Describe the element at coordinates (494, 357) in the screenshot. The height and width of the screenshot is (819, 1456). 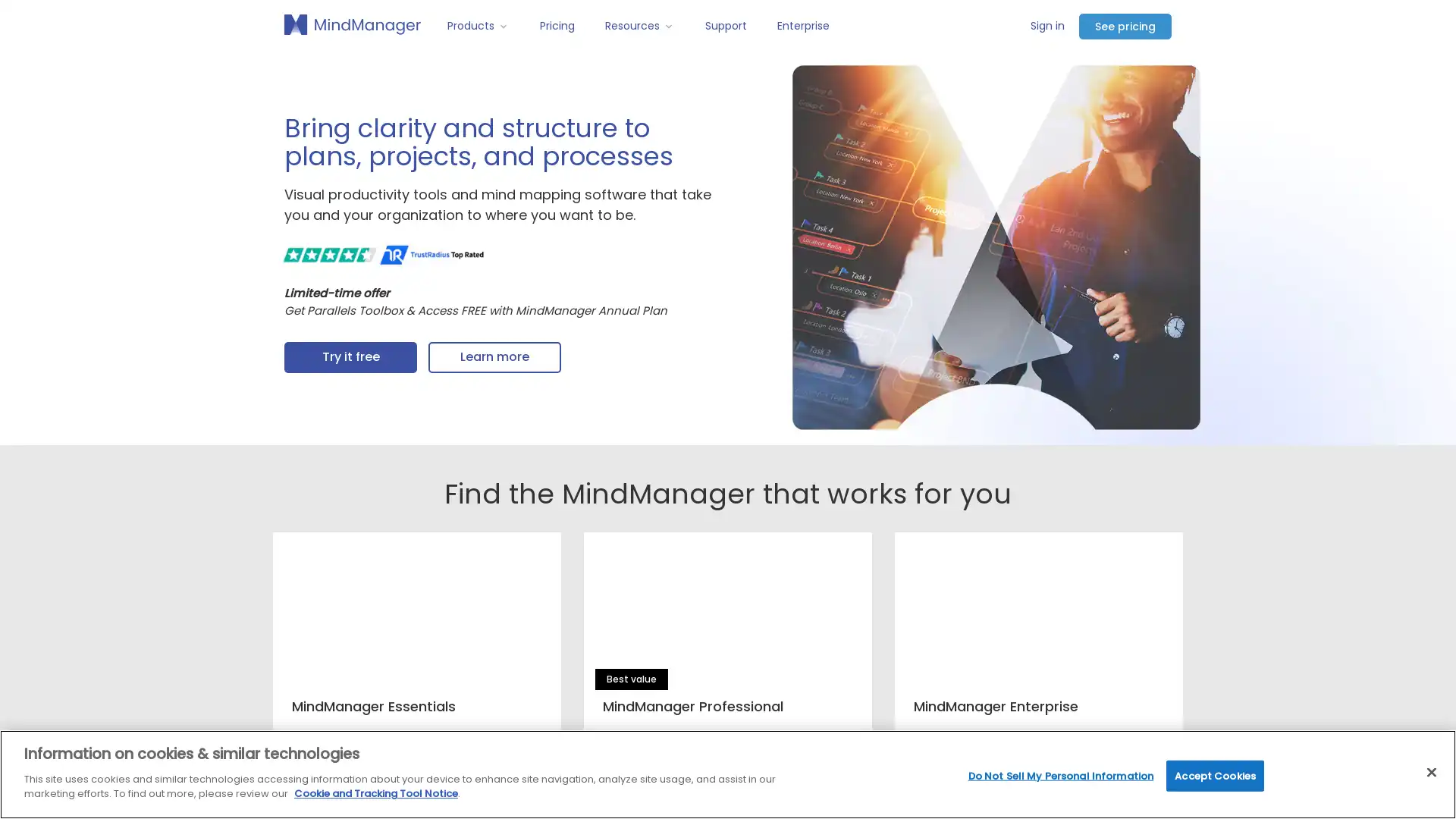
I see `Learn more` at that location.